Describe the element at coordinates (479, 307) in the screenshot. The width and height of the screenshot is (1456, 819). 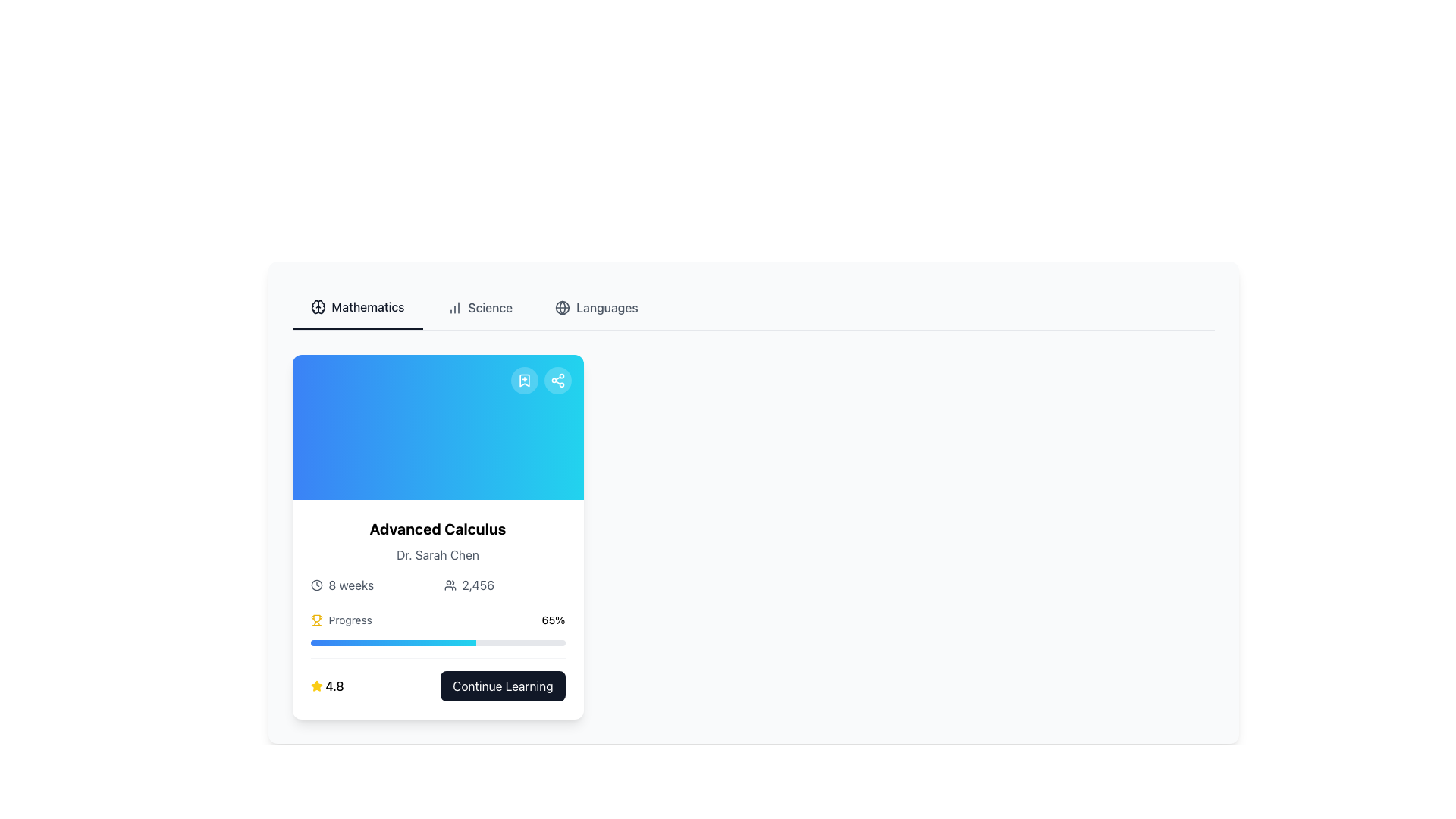
I see `the 'Science' button, which is the second tab in a horizontal list of tabs at the top of the interface, styled with dark gray text and a graphical data icon` at that location.